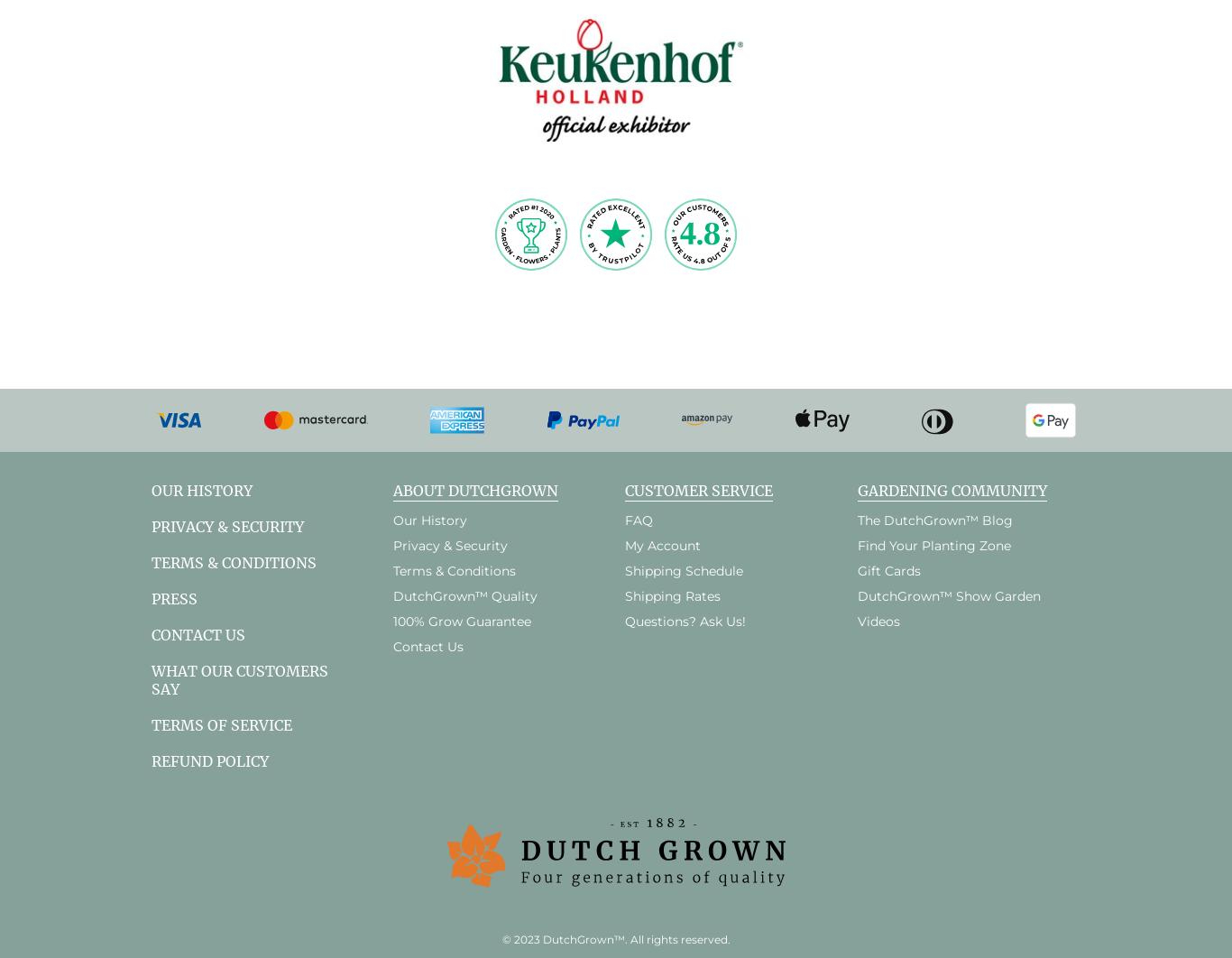 This screenshot has width=1232, height=958. I want to click on 'Customer service', so click(698, 490).